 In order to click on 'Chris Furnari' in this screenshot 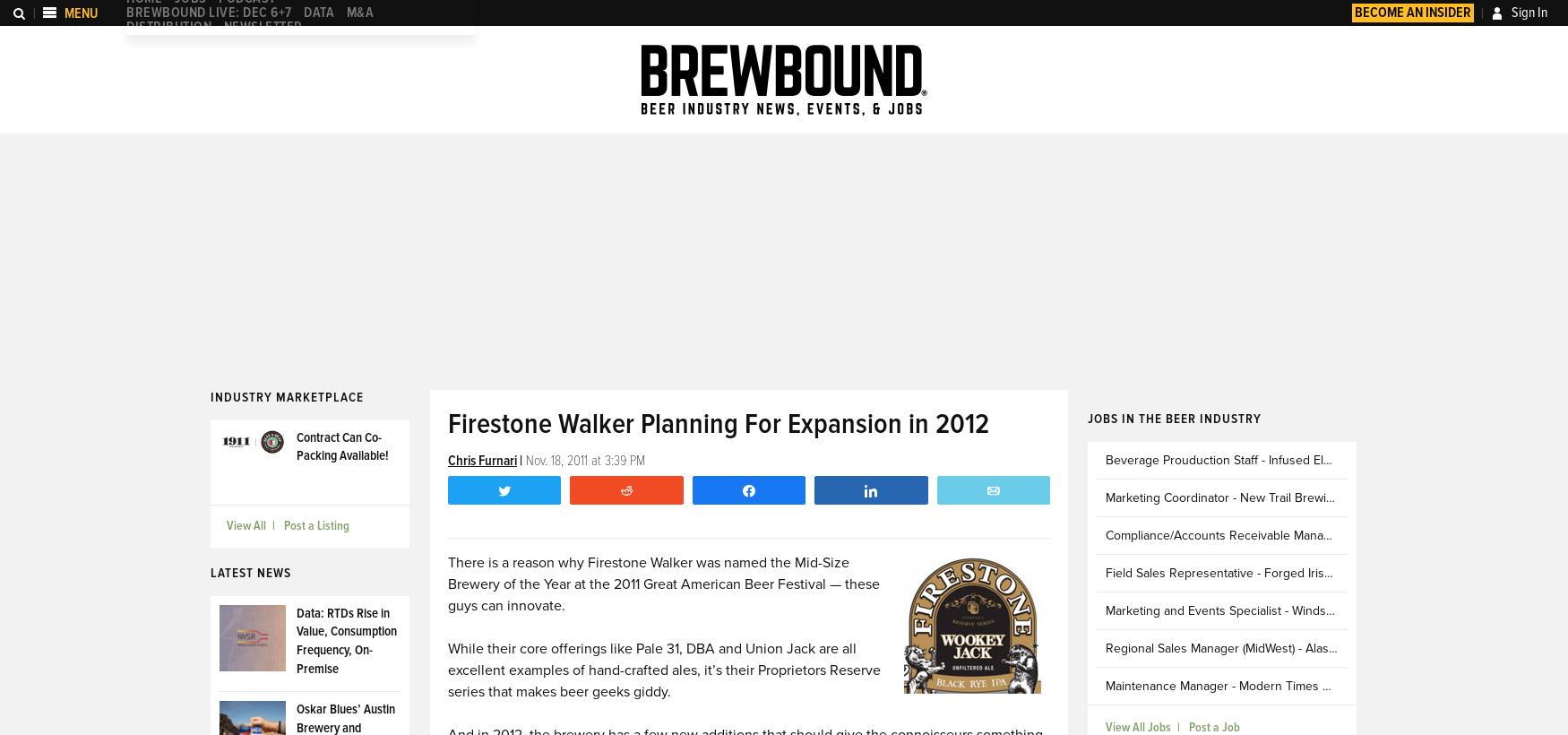, I will do `click(480, 460)`.